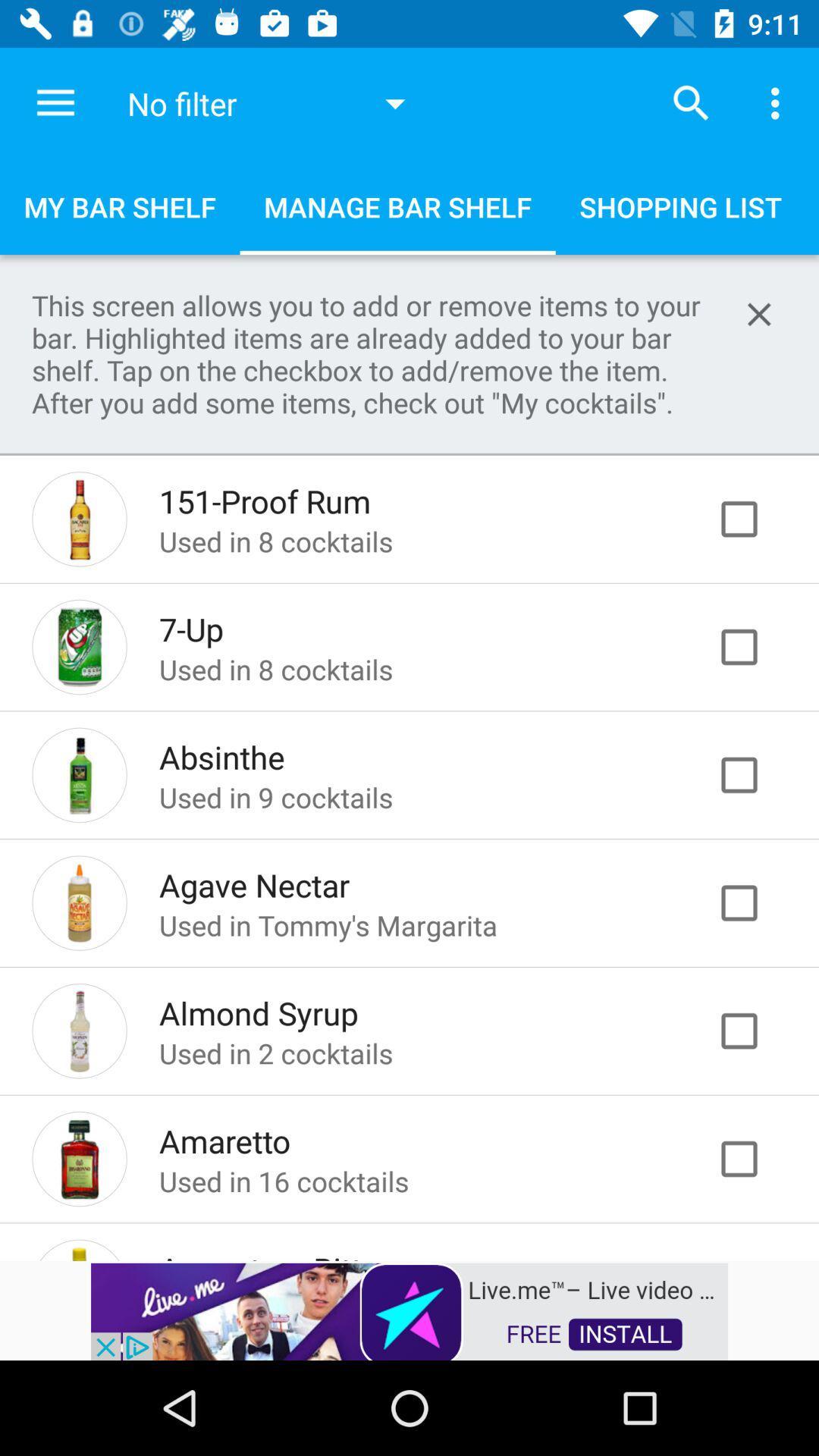  What do you see at coordinates (755, 775) in the screenshot?
I see `ok` at bounding box center [755, 775].